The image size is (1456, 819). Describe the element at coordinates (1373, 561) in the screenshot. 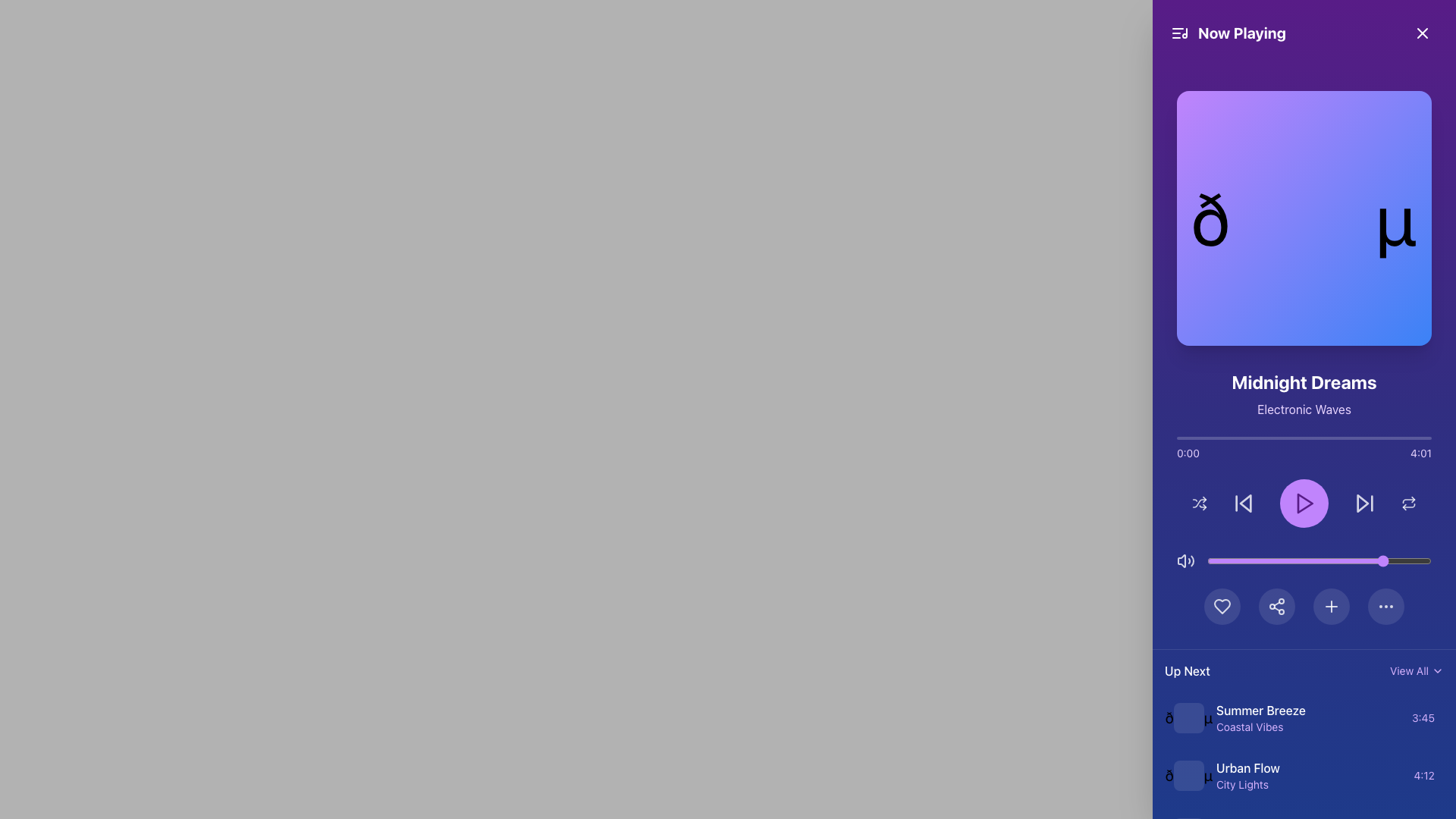

I see `slider value` at that location.